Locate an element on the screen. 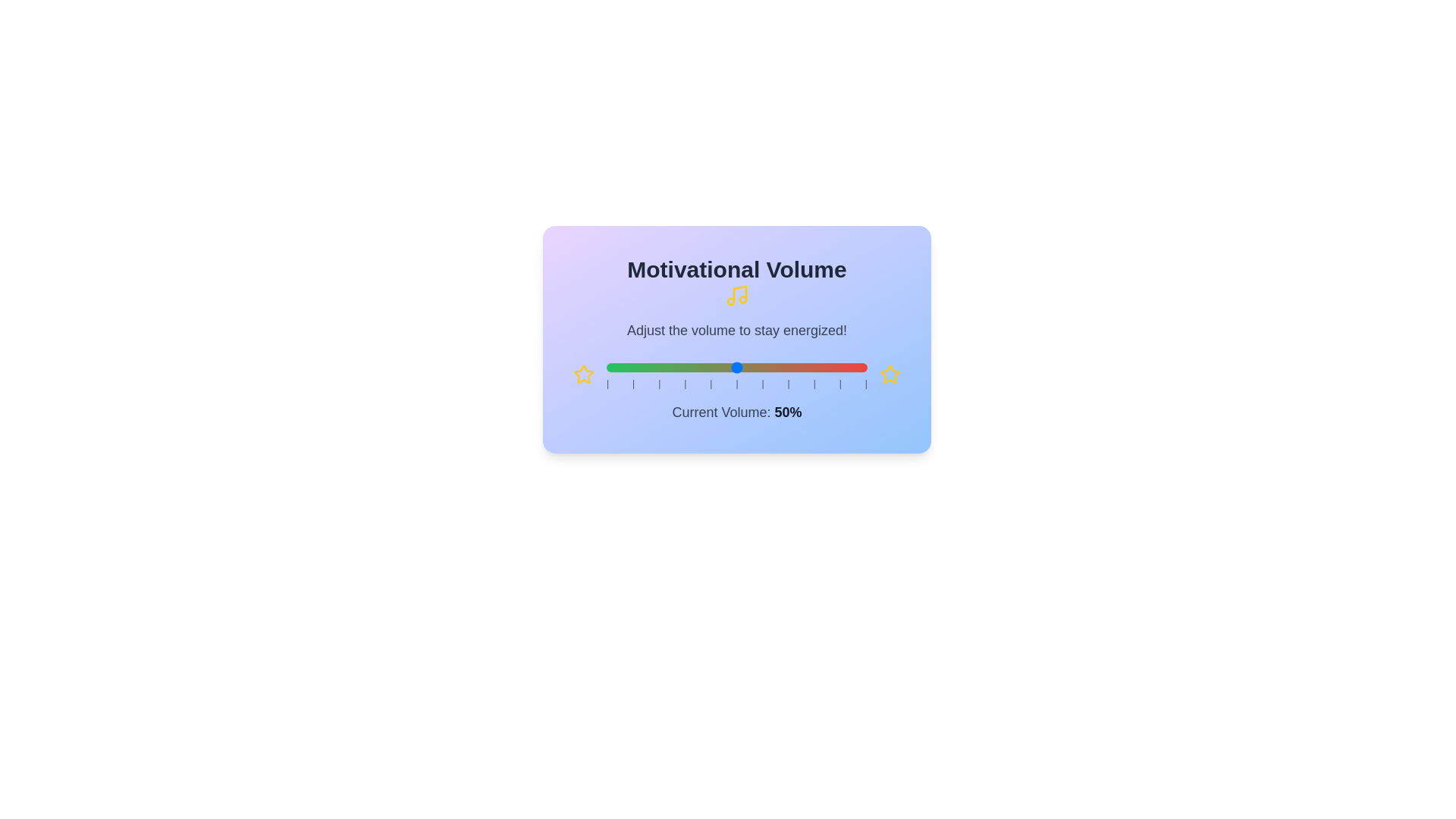  the star icon corresponding to 1 is located at coordinates (582, 374).